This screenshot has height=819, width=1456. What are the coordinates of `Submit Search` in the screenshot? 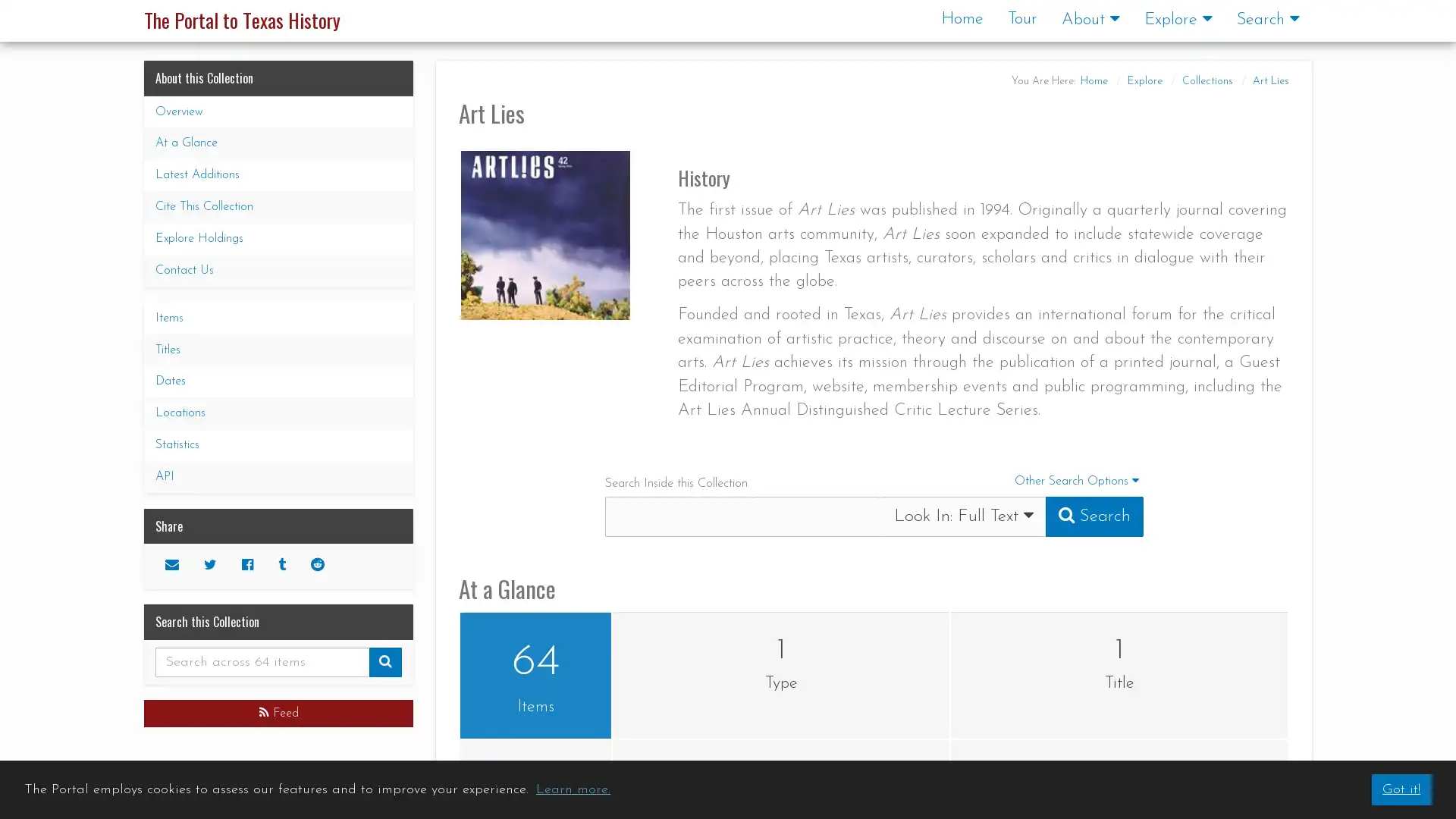 It's located at (385, 661).